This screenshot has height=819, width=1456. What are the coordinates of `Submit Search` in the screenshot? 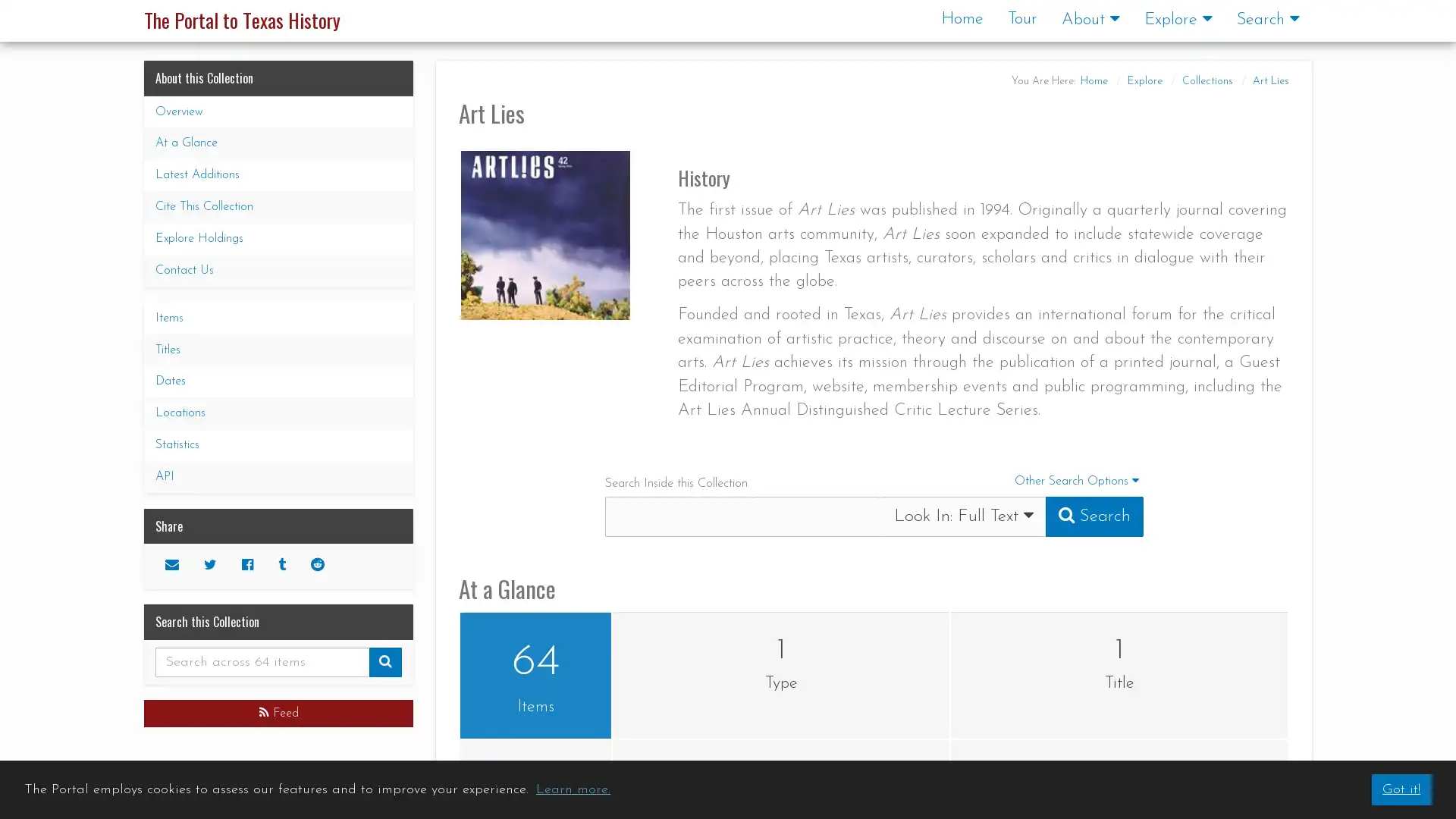 It's located at (385, 661).